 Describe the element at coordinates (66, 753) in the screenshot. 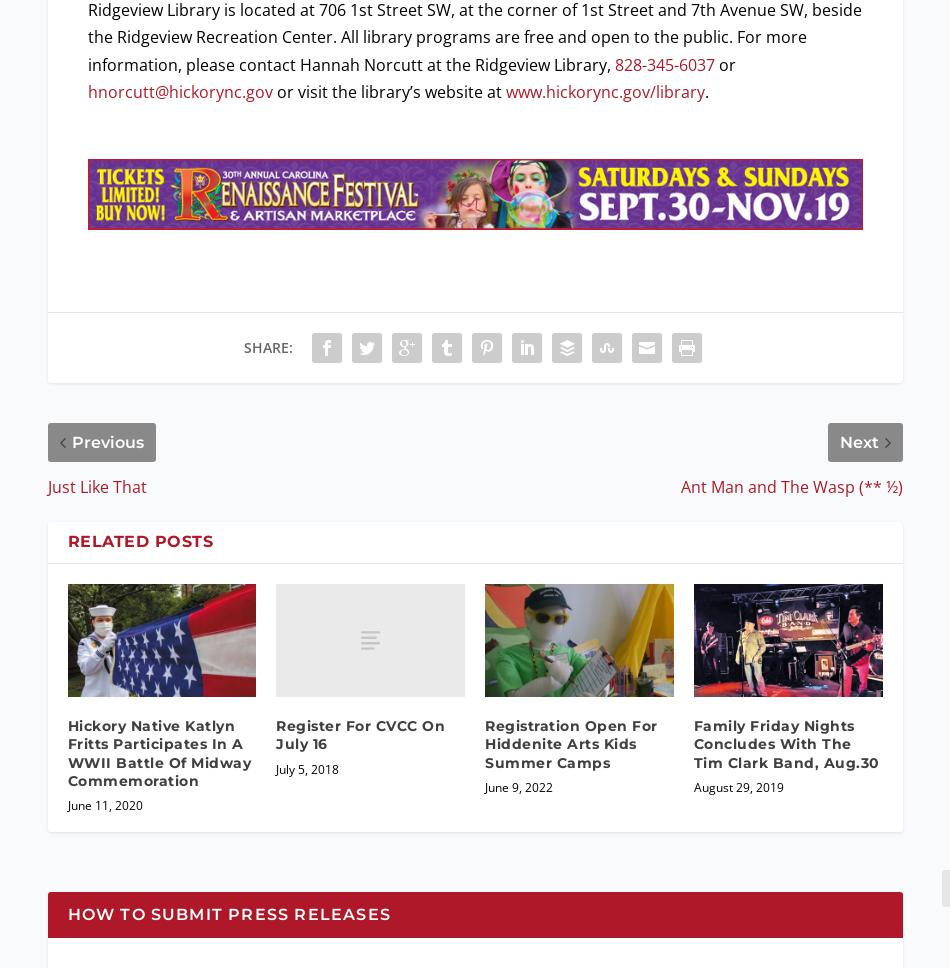

I see `'Hickory Native Katlyn Fritts Participates In A WWII Battle Of  Midway Commemoration'` at that location.